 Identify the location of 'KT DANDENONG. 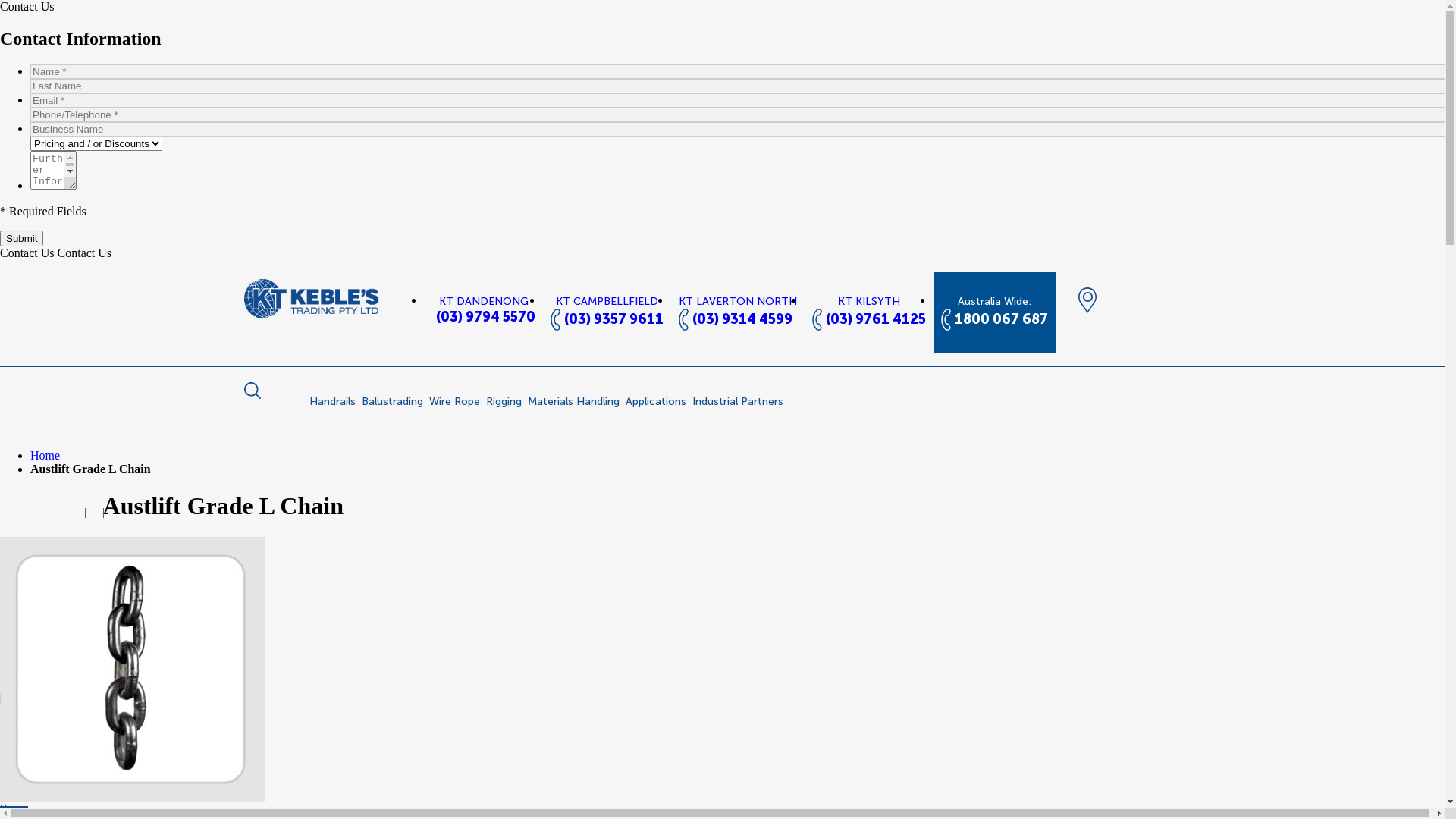
(483, 309).